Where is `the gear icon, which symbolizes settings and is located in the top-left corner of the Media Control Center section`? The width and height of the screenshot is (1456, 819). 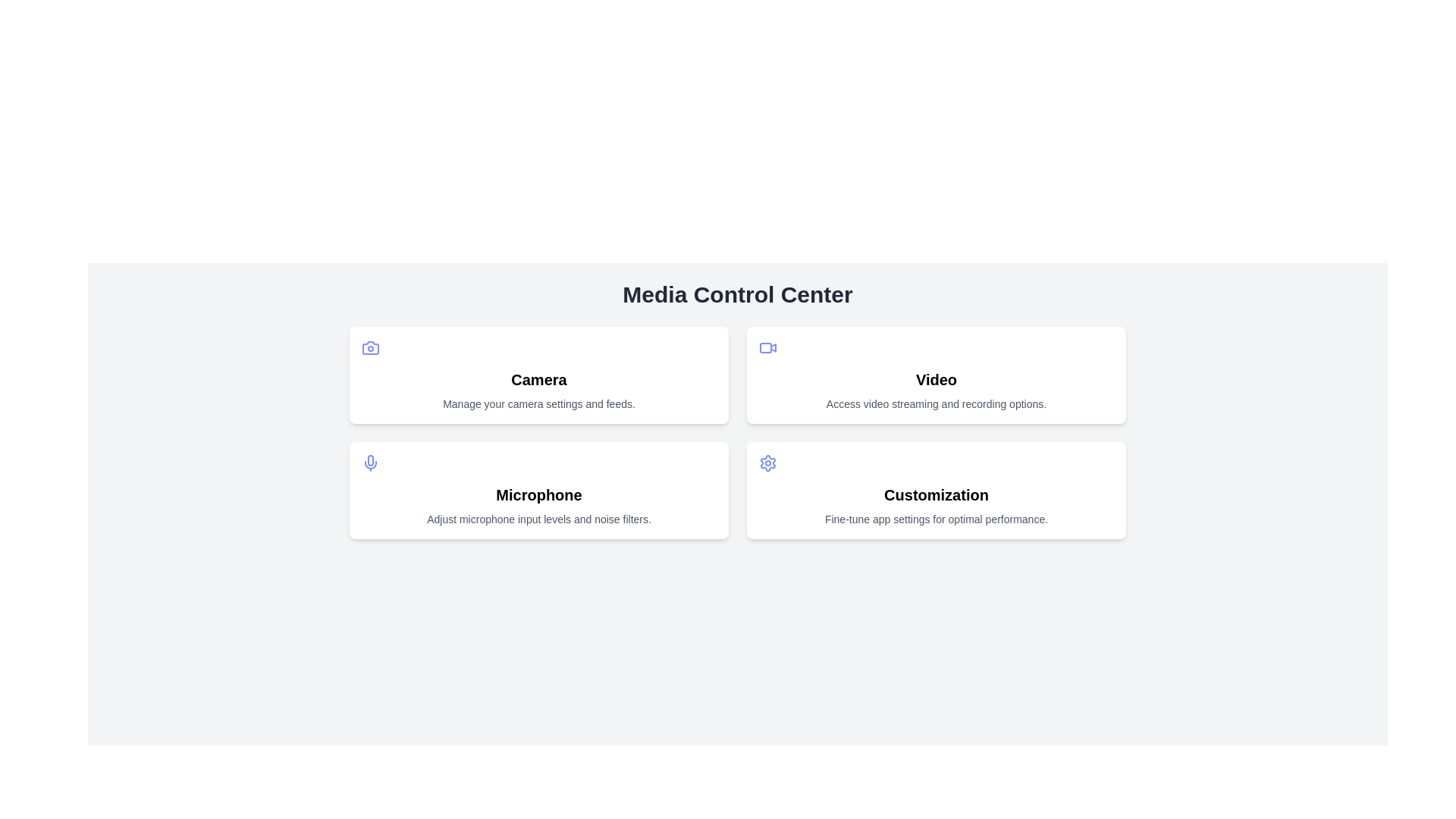
the gear icon, which symbolizes settings and is located in the top-left corner of the Media Control Center section is located at coordinates (767, 462).